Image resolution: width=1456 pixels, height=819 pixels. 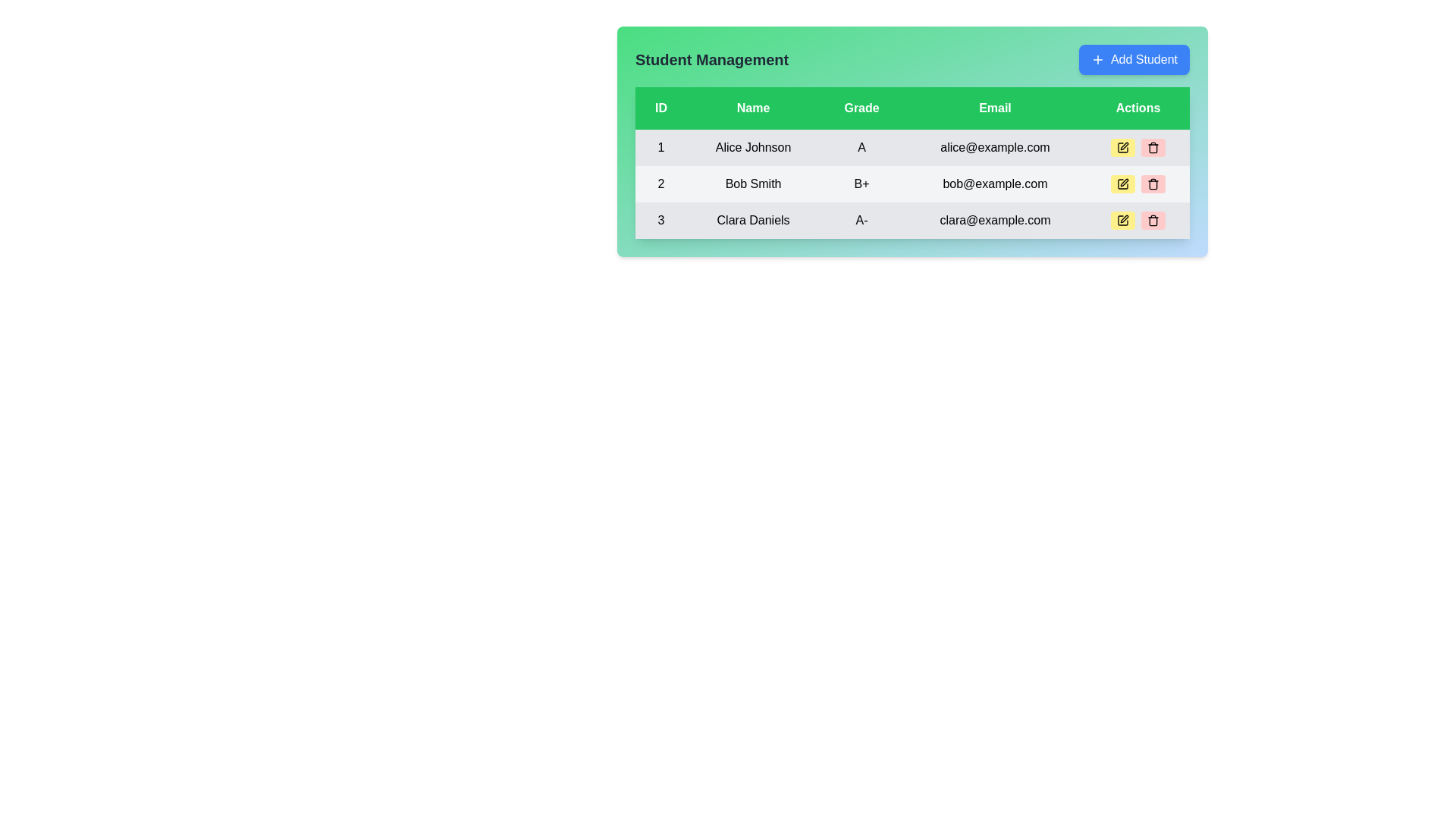 What do you see at coordinates (861, 220) in the screenshot?
I see `the static text element displaying the grade value 'A-' located in the third row of the table under the 'Grade' column` at bounding box center [861, 220].